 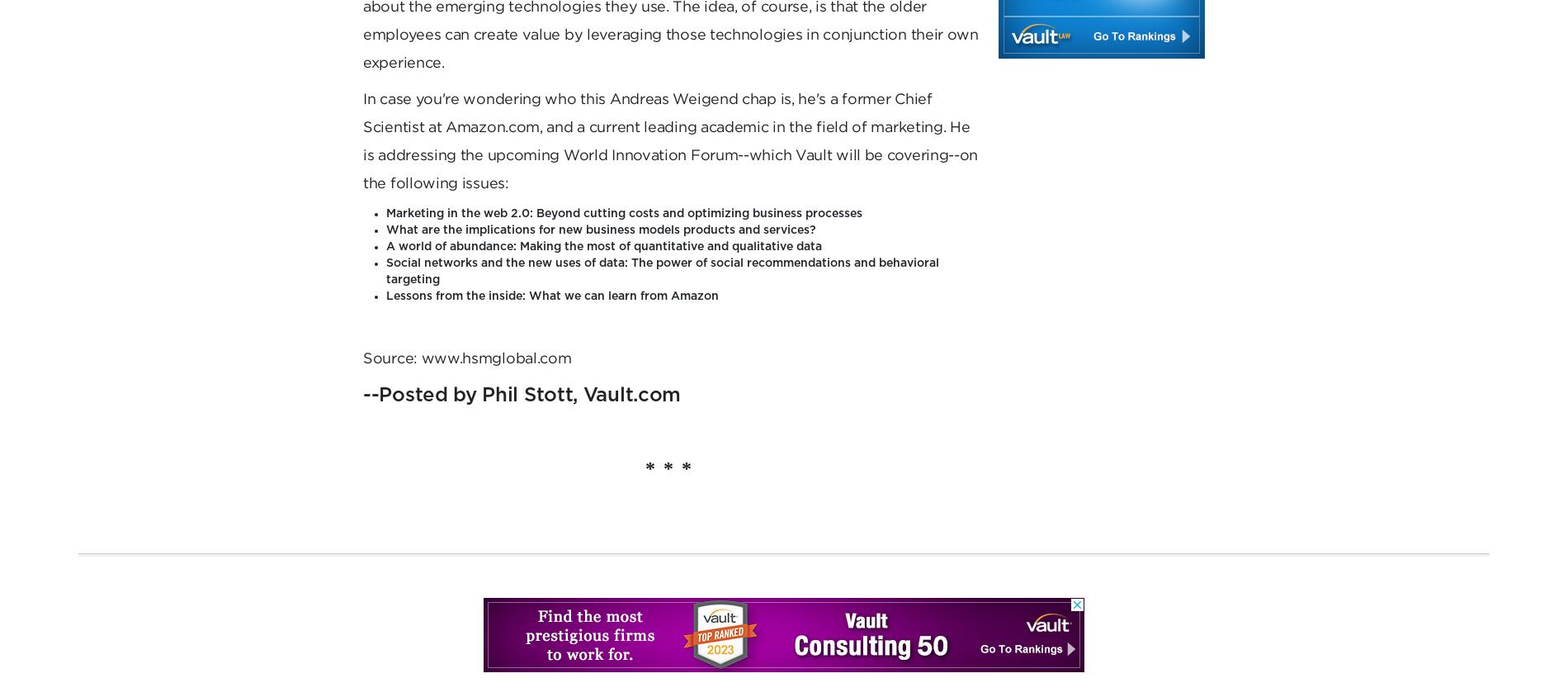 I want to click on 'Privacy policy', so click(x=695, y=429).